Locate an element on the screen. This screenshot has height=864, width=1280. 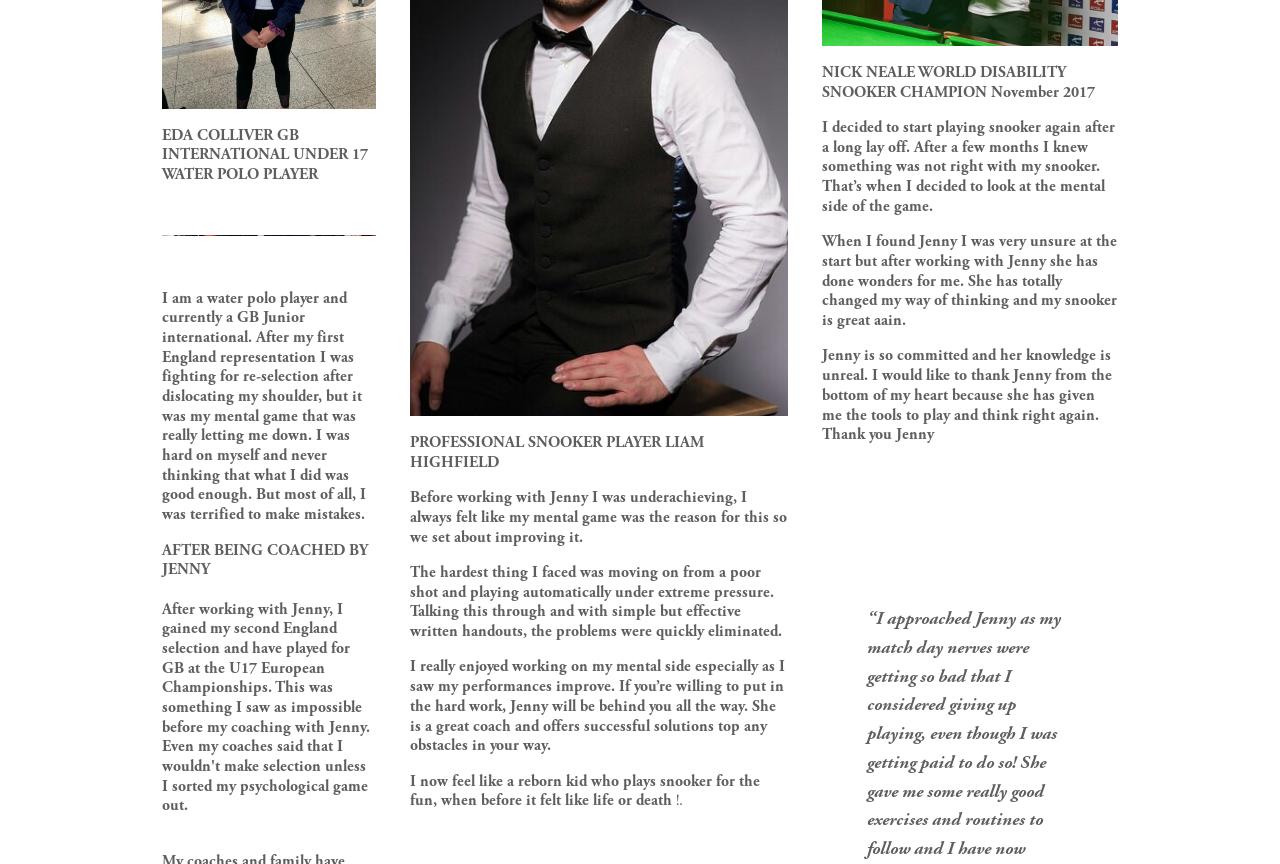
'Before working with Jenny I was underachieving, I always felt like my mental game was the reason for this so we set about improving it.' is located at coordinates (598, 517).